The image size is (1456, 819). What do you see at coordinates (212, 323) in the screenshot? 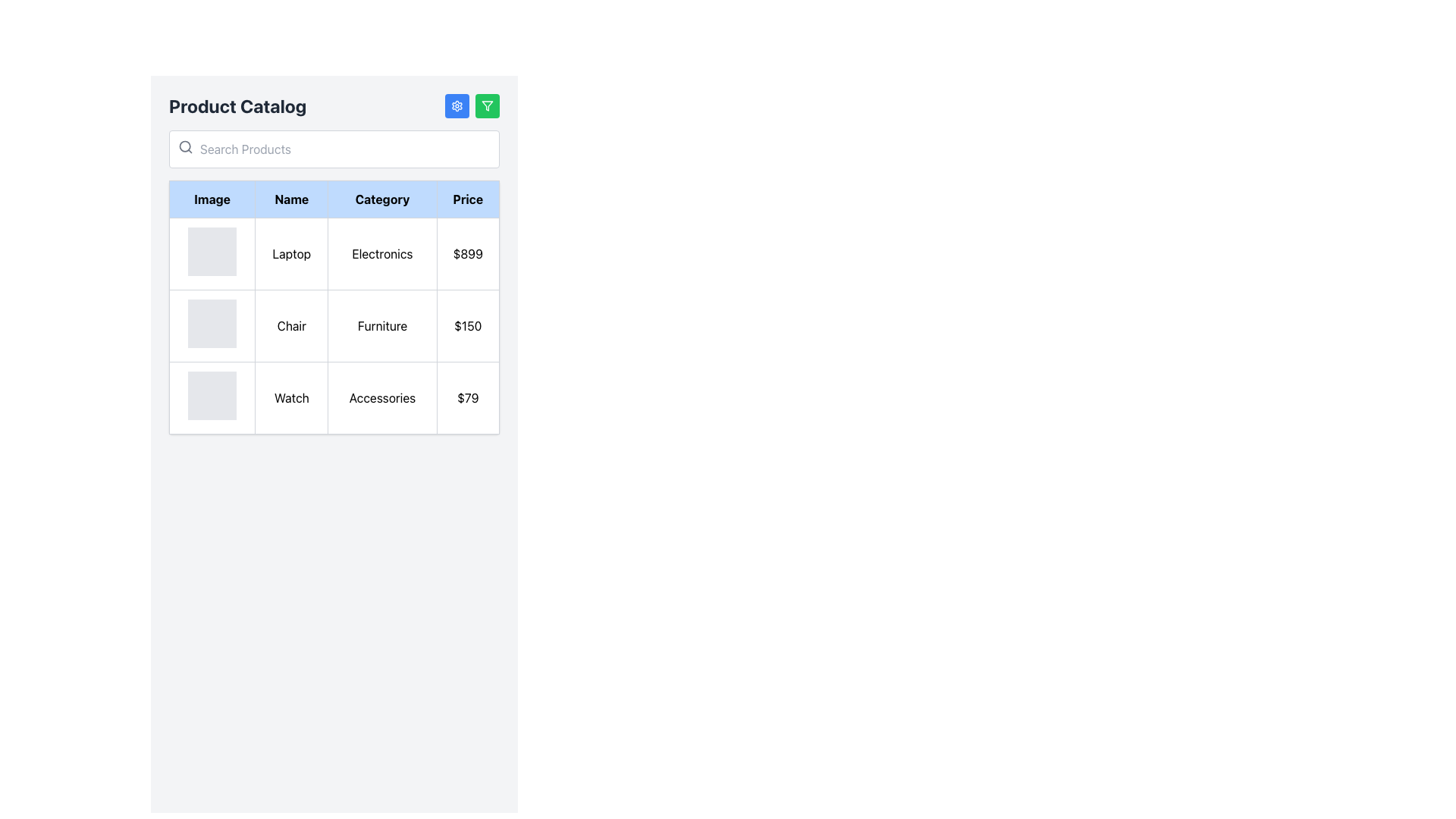
I see `the image placeholder representing the 'Chair' entry in the second row of the grid under the 'Image' column` at bounding box center [212, 323].